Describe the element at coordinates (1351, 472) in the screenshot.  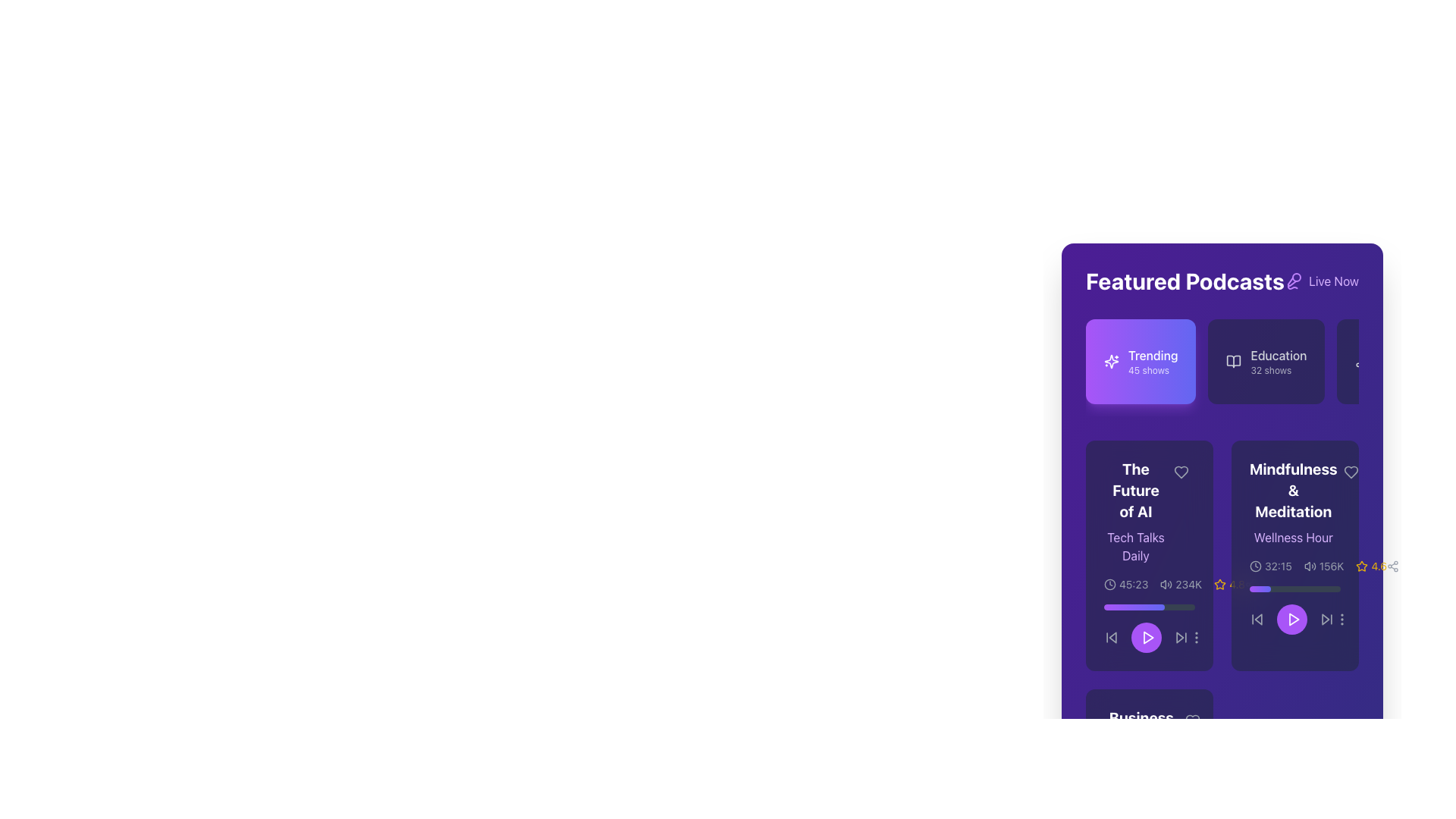
I see `the heart-shaped icon button located in the top-right corner of the 'Mindfulness & Meditation' card` at that location.